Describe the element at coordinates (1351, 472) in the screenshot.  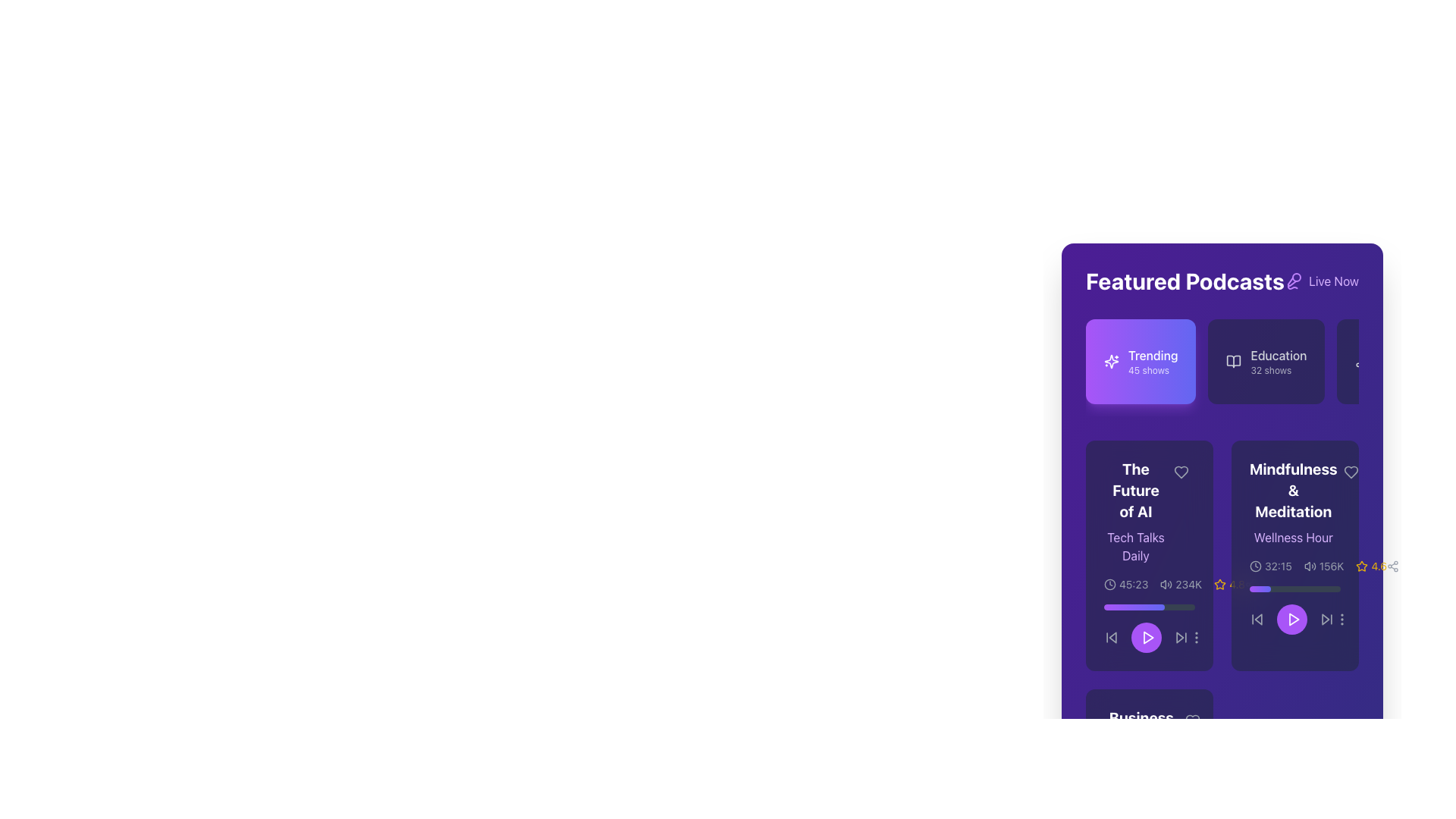
I see `the heart-shaped icon button located in the top-right corner of the 'Mindfulness & Meditation' card` at that location.